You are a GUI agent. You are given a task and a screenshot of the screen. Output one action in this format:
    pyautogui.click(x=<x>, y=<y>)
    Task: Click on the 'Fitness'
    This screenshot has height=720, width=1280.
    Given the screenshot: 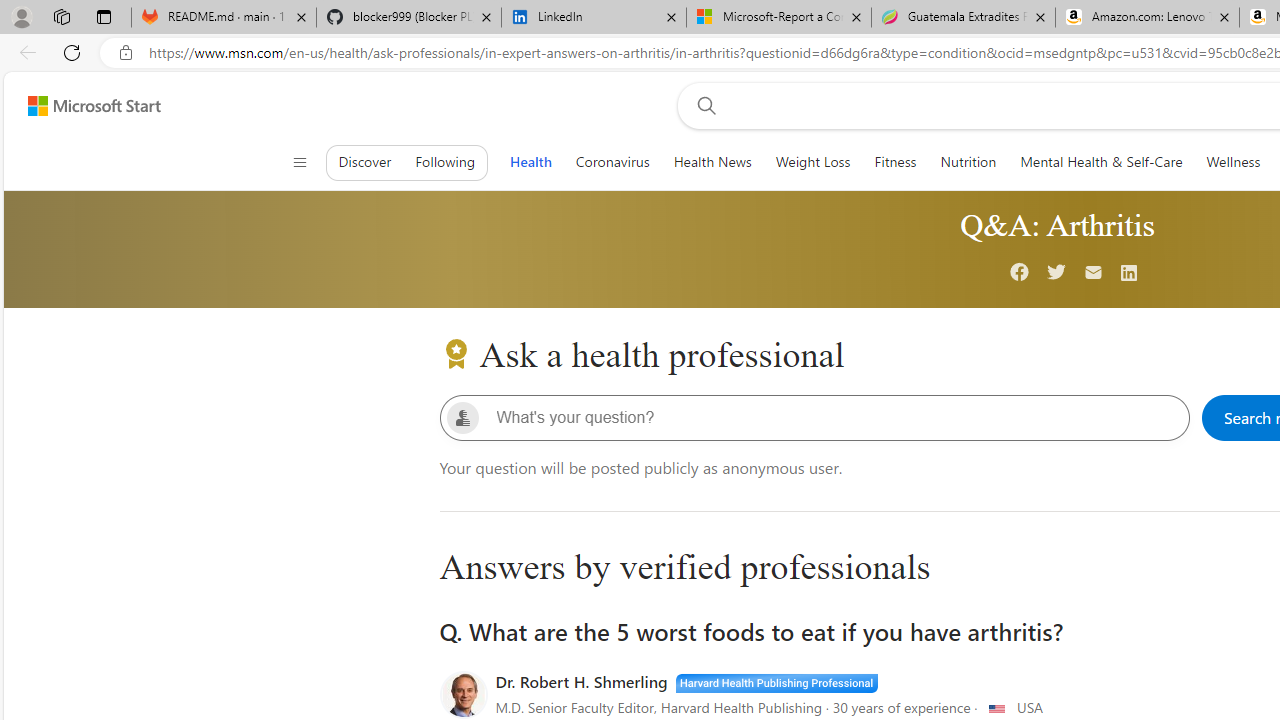 What is the action you would take?
    pyautogui.click(x=894, y=161)
    